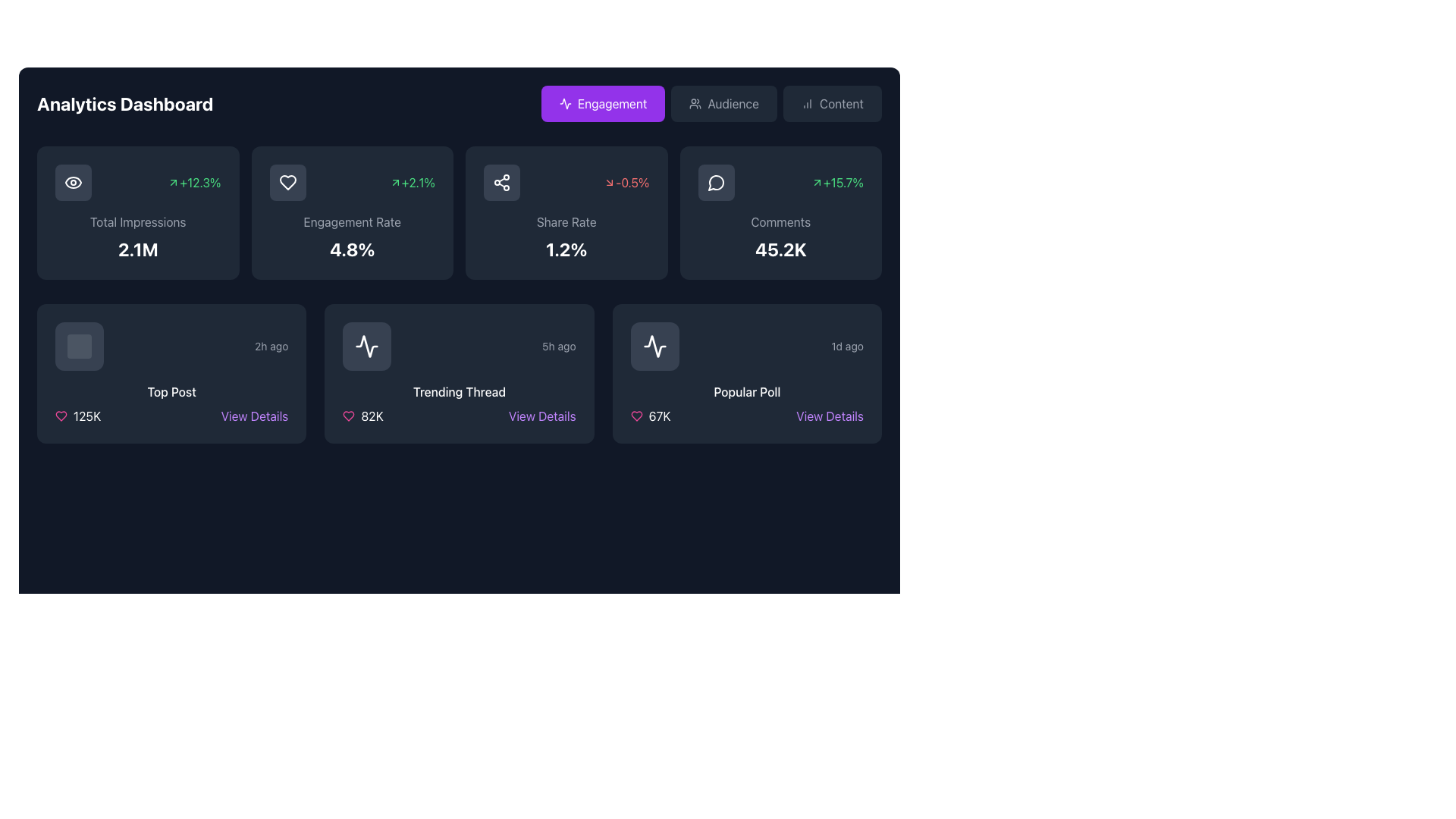 The width and height of the screenshot is (1456, 819). What do you see at coordinates (733, 103) in the screenshot?
I see `the 'Audience' label, which is a light gray text in a dark gray navigation menu, positioned between 'Engagement' and 'Content'` at bounding box center [733, 103].